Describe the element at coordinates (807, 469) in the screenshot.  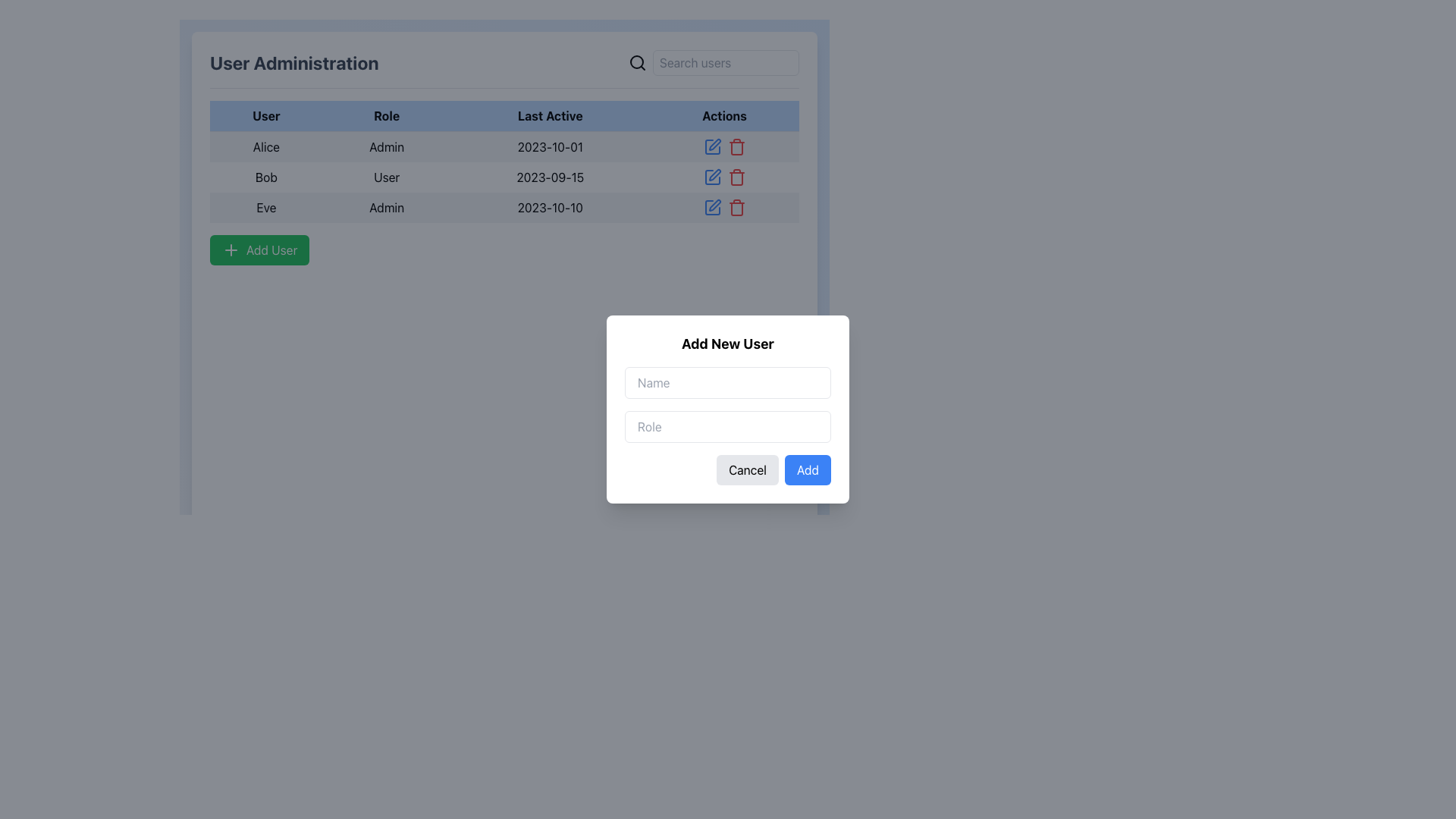
I see `the 'Add' button, which is a rectangular button with rounded edges, blue background, and white text, located at the bottom-right corner of the modal dialog box` at that location.